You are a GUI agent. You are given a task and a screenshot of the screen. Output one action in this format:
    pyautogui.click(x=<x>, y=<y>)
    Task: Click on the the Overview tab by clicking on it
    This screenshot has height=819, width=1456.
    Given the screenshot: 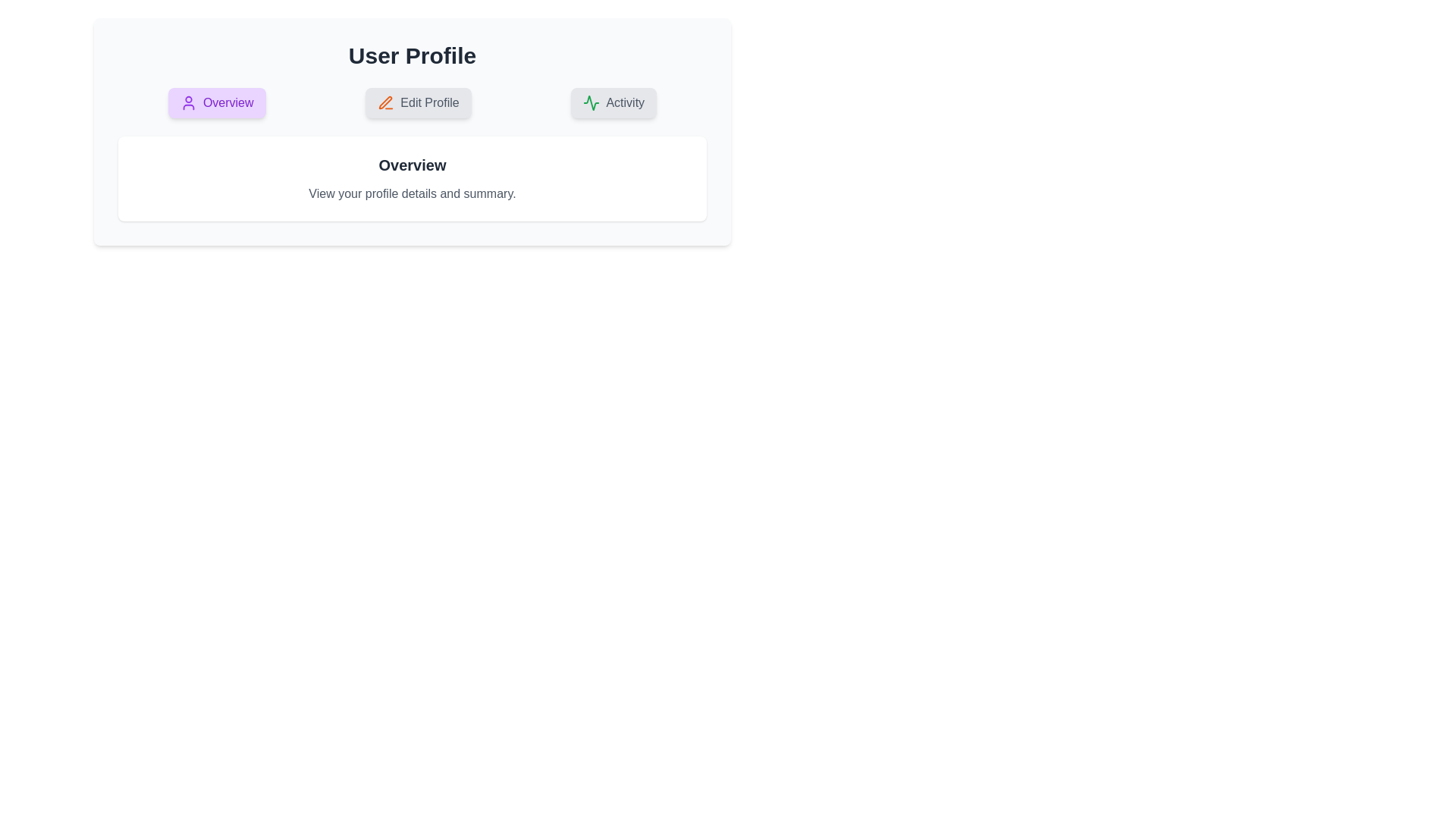 What is the action you would take?
    pyautogui.click(x=216, y=102)
    